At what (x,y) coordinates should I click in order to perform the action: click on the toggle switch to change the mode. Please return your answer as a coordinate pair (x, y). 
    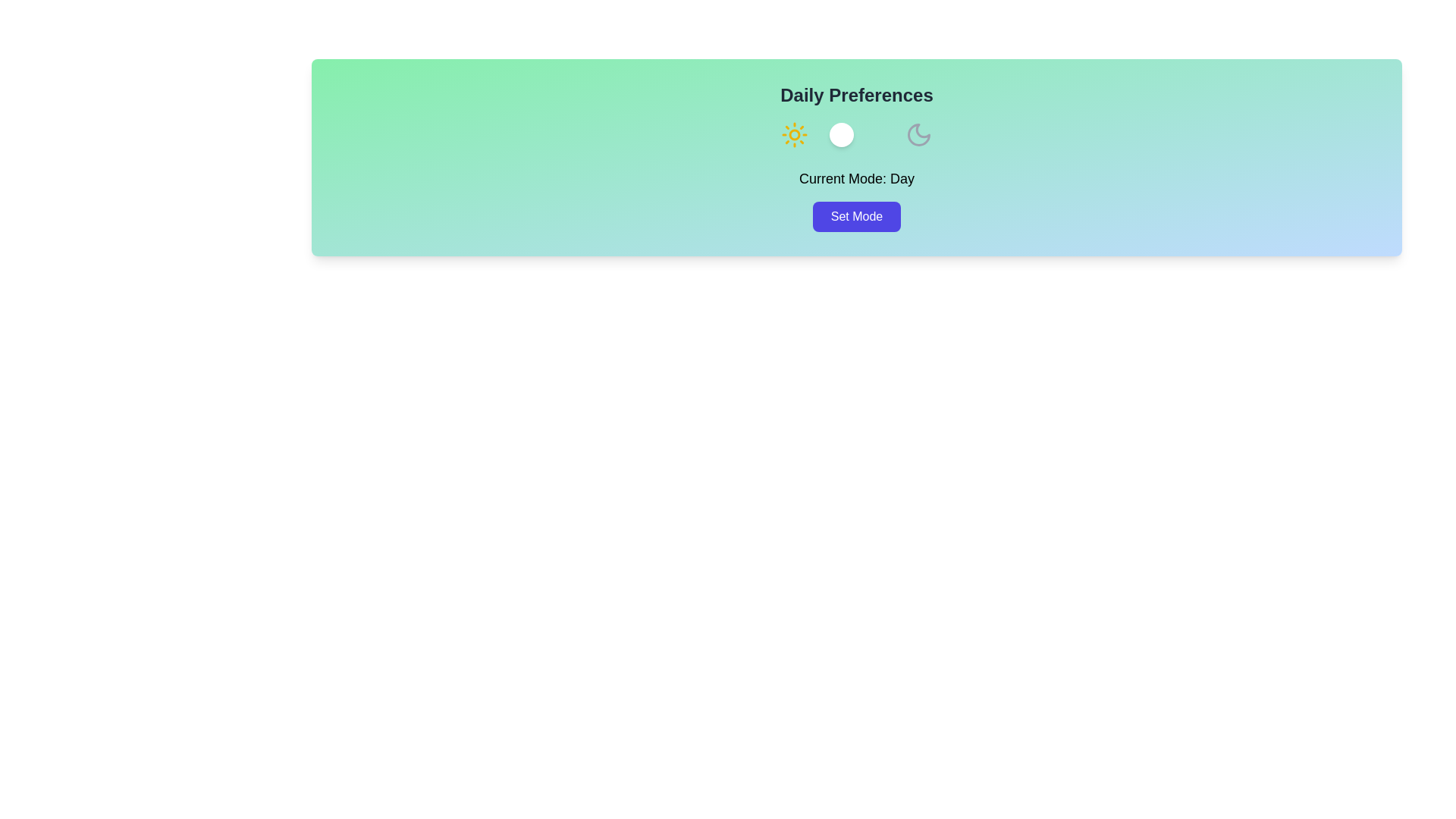
    Looking at the image, I should click on (856, 133).